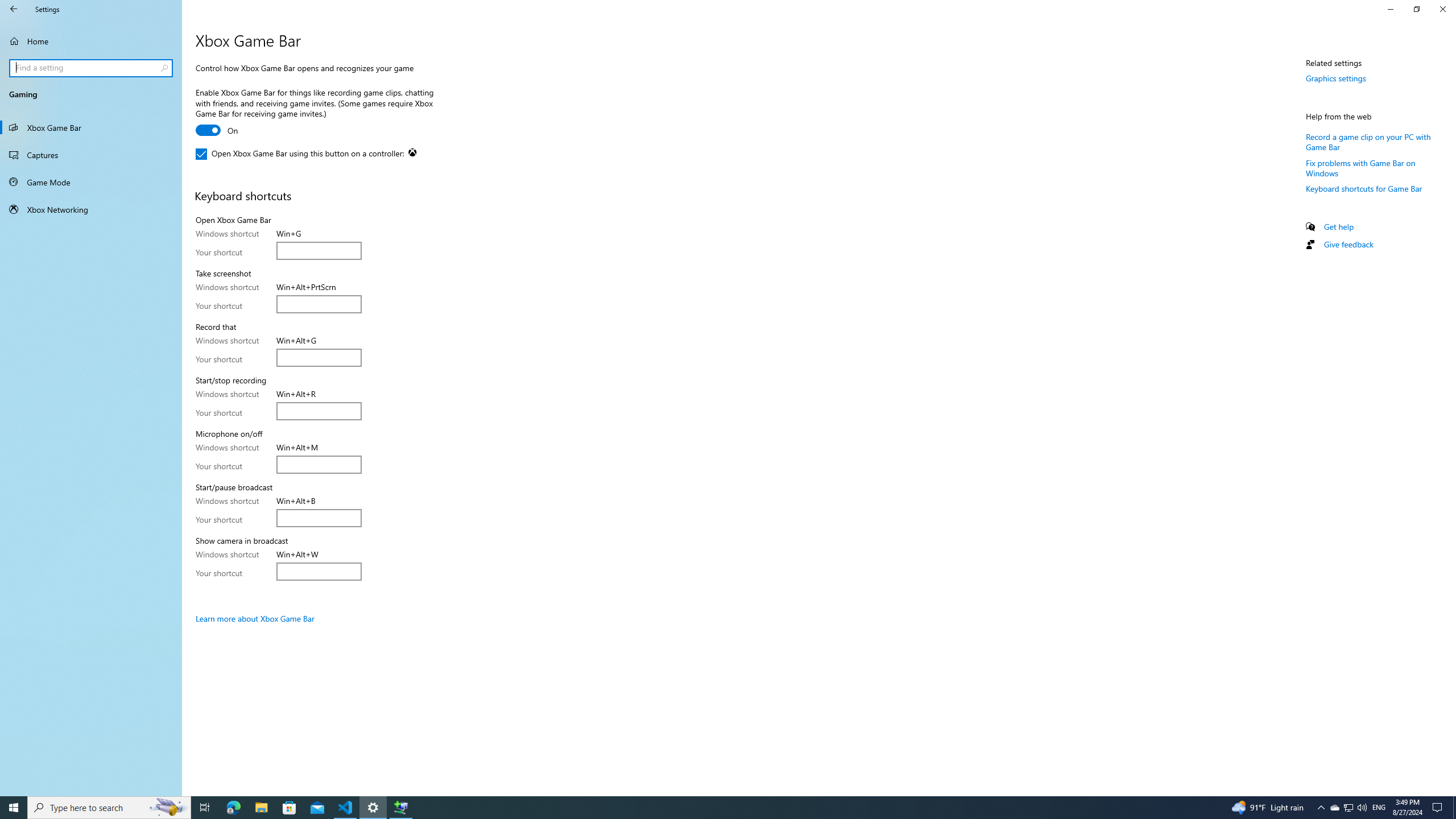  Describe the element at coordinates (1335, 78) in the screenshot. I see `'Graphics settings'` at that location.